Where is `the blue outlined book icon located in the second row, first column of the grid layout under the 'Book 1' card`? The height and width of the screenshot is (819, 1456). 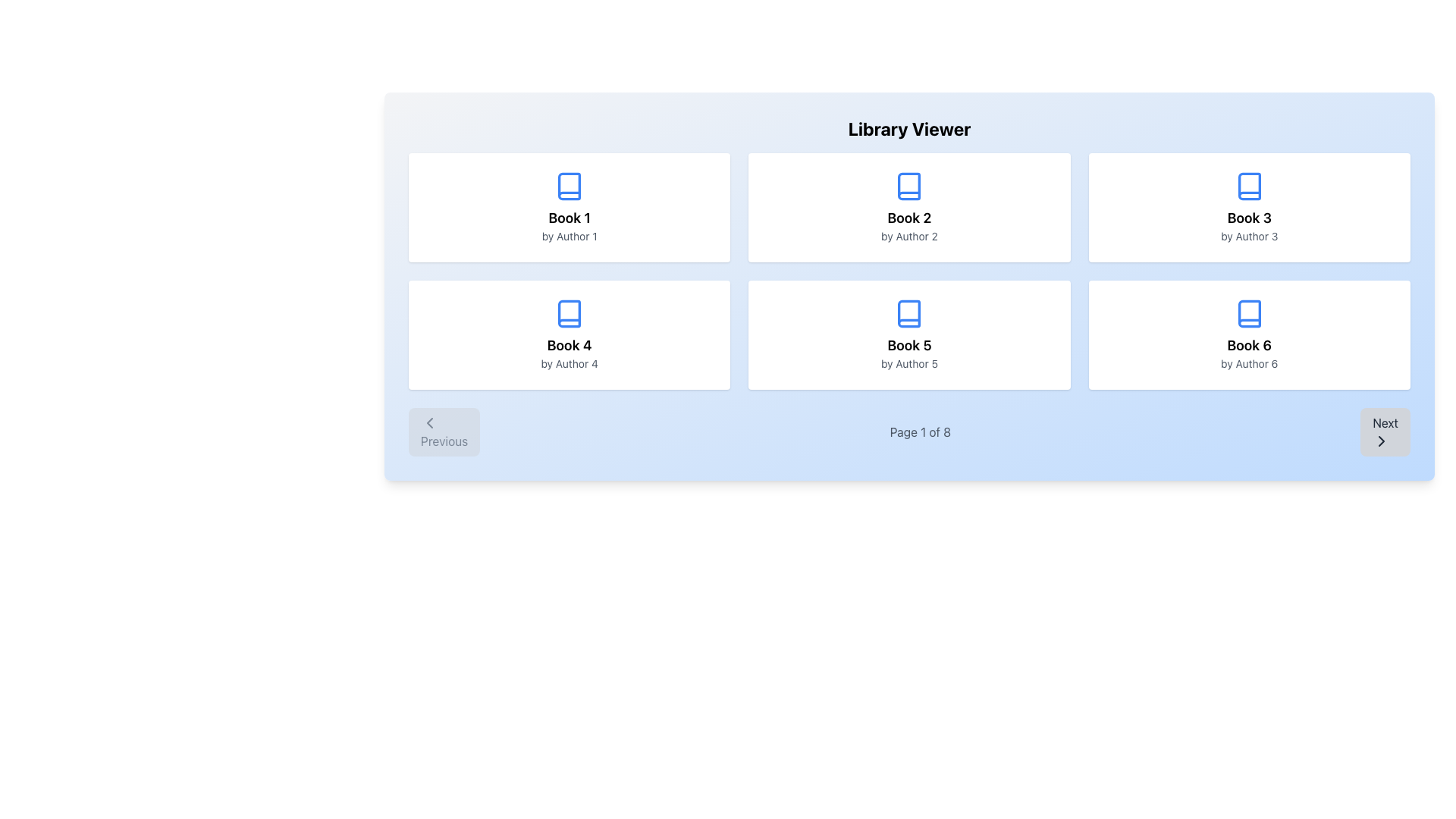
the blue outlined book icon located in the second row, first column of the grid layout under the 'Book 1' card is located at coordinates (569, 312).